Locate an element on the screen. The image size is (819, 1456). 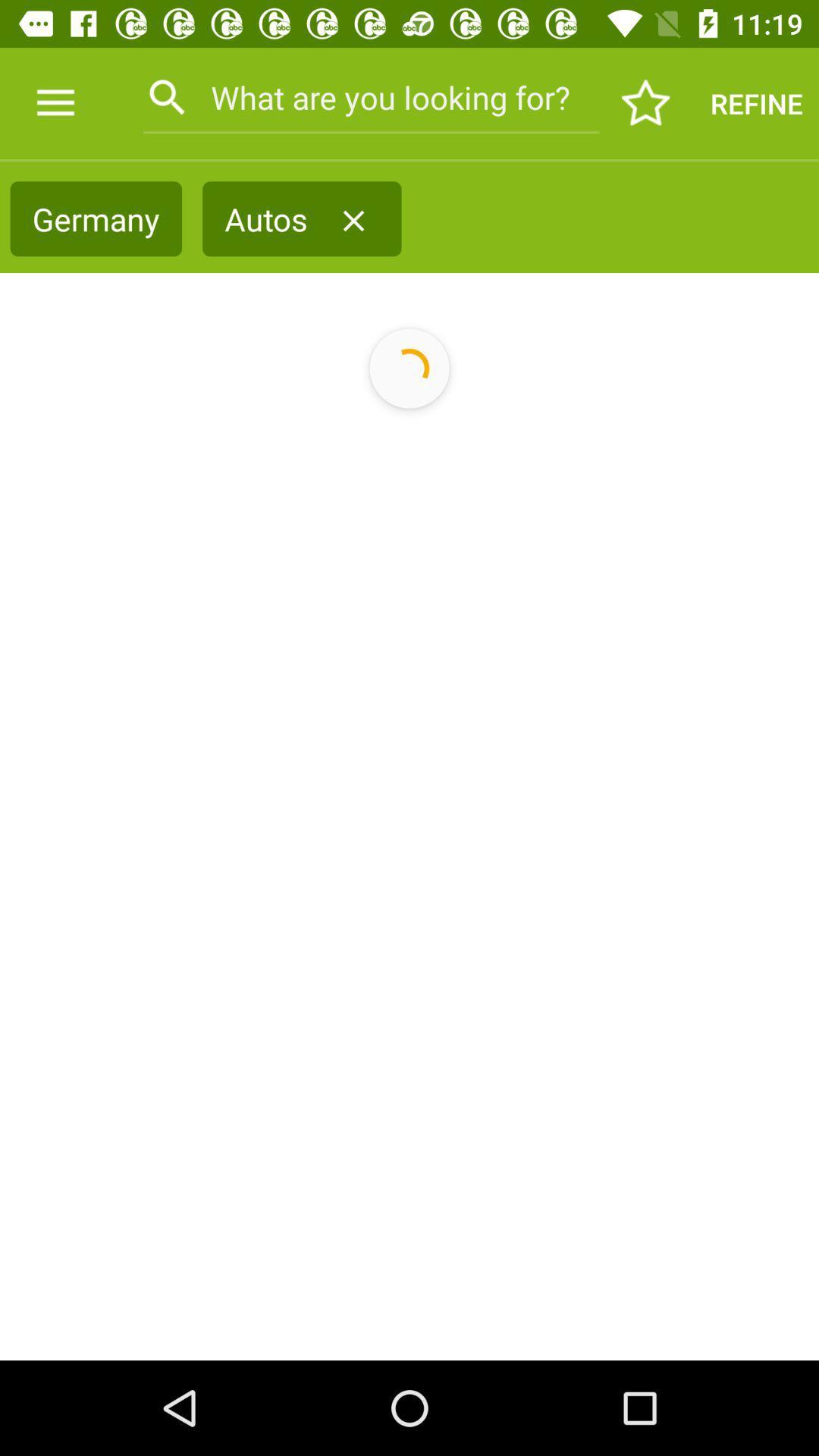
item next to the autos is located at coordinates (353, 220).